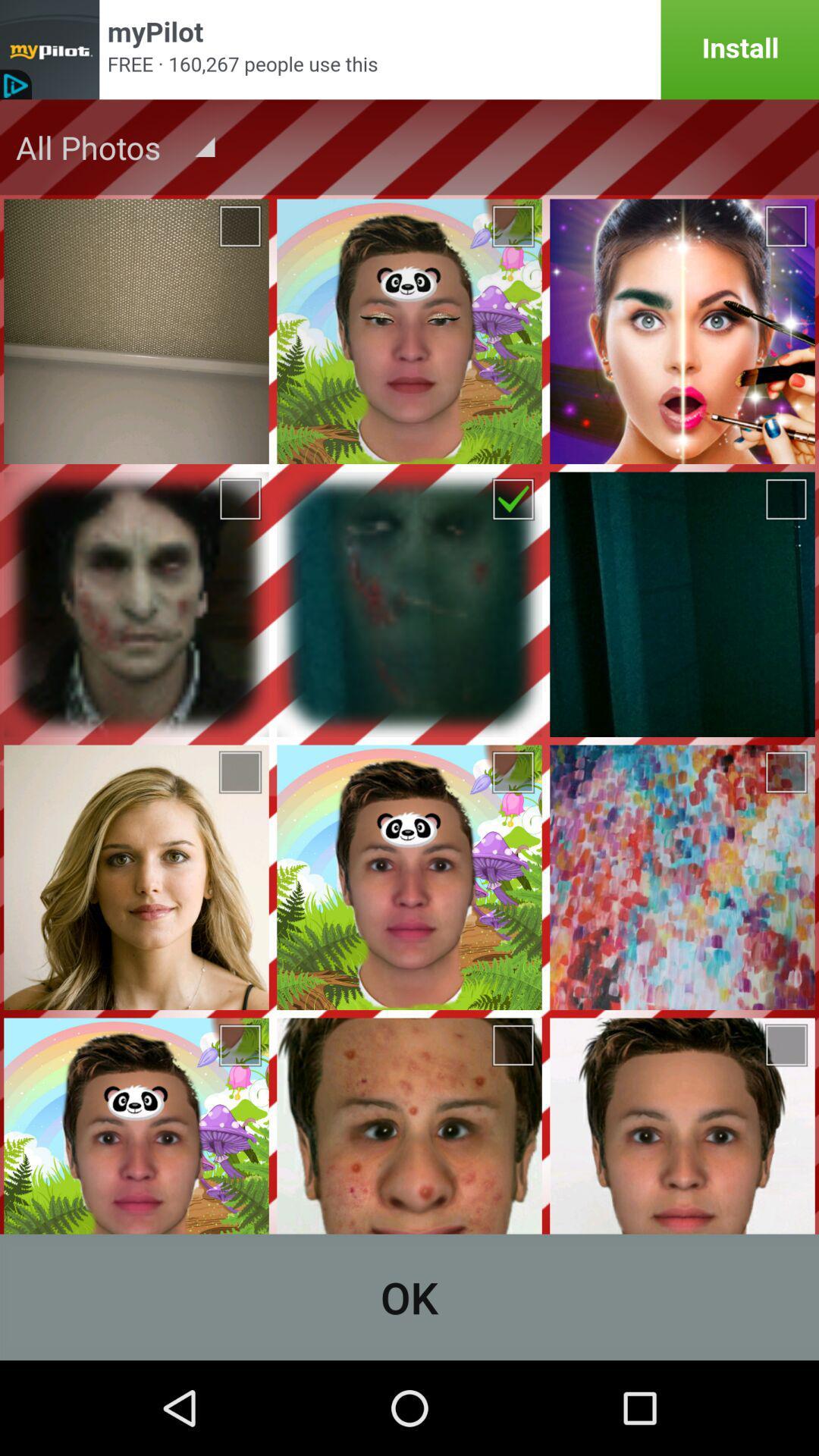  I want to click on the label icon, so click(667, 168).